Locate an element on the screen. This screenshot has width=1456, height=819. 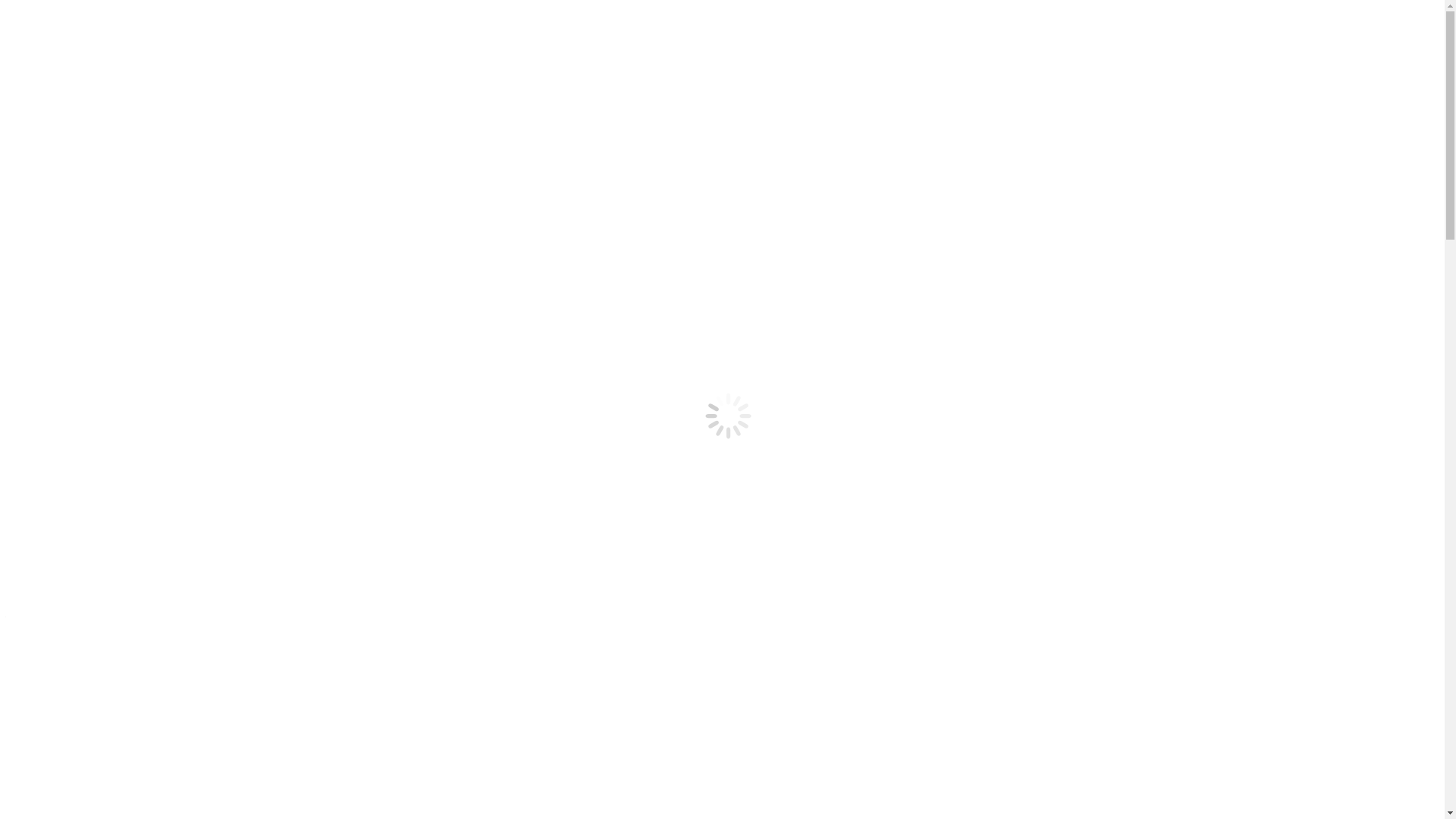
'Matt Makens Weather' is located at coordinates (89, 178).